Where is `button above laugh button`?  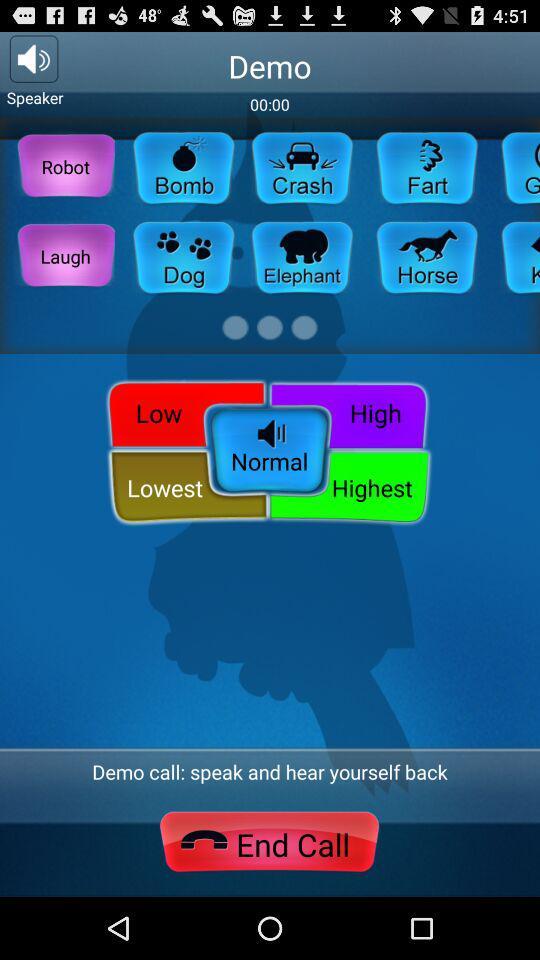 button above laugh button is located at coordinates (65, 165).